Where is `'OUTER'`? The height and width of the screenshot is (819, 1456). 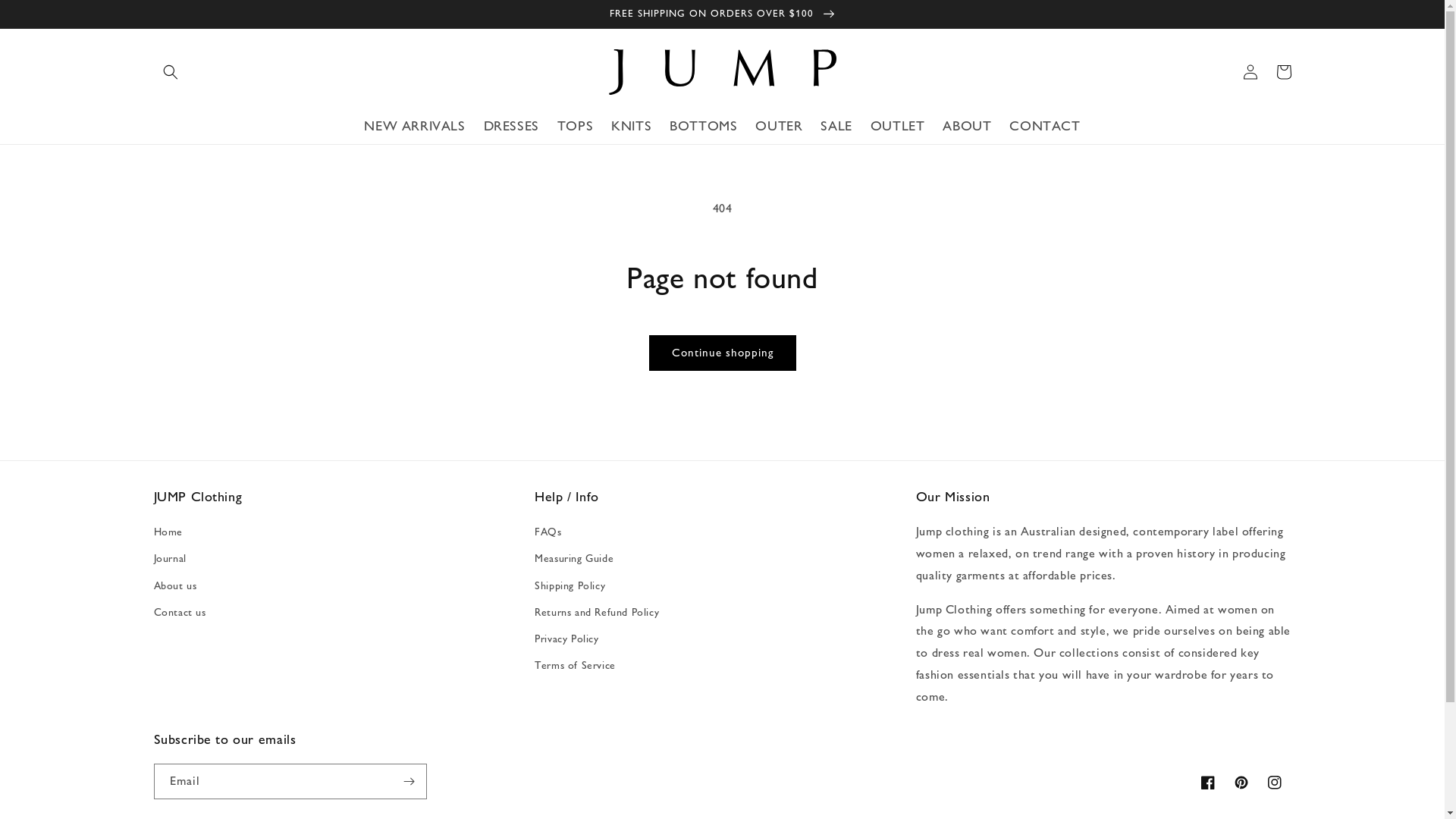
'OUTER' is located at coordinates (779, 125).